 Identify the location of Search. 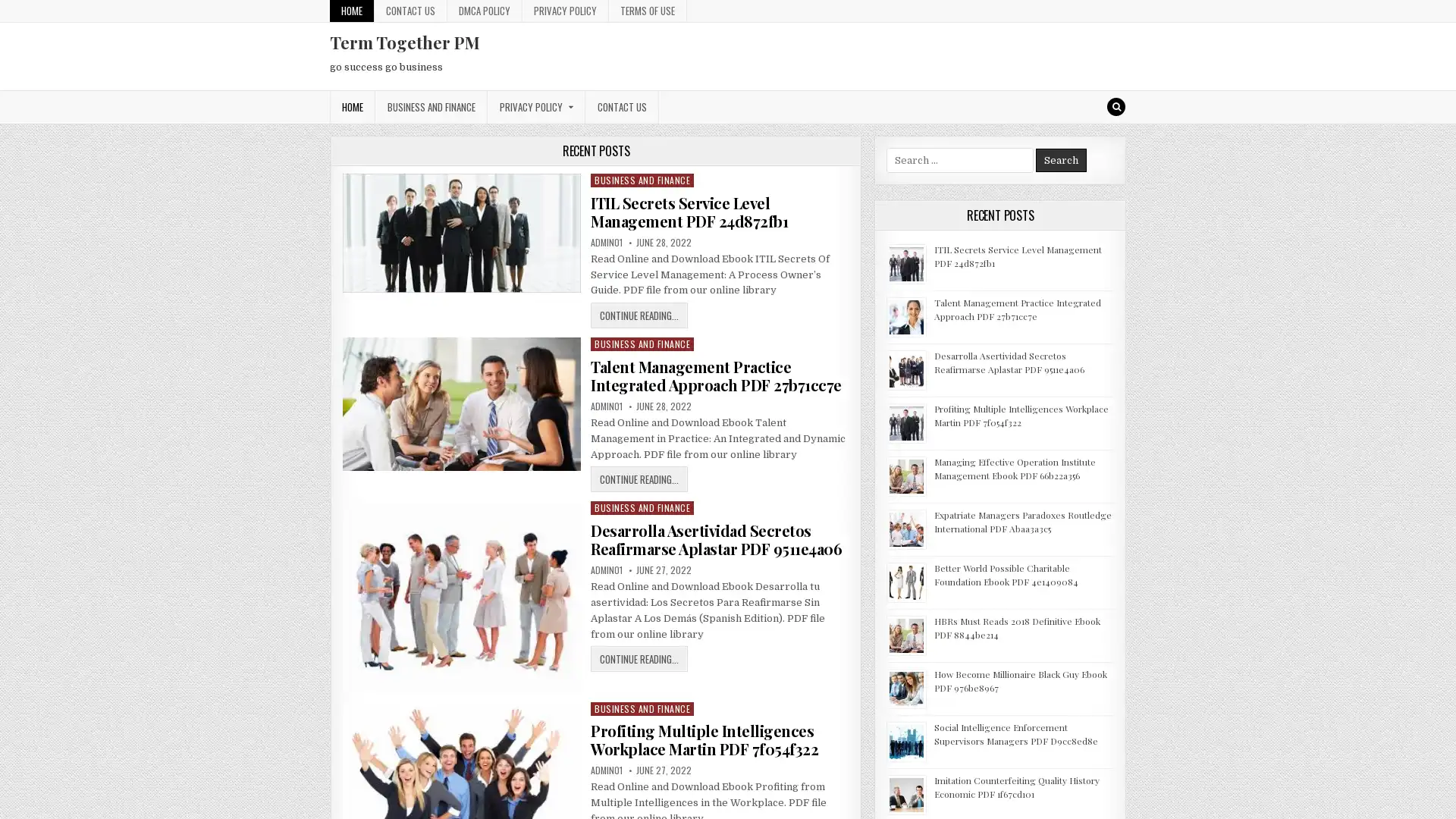
(1060, 160).